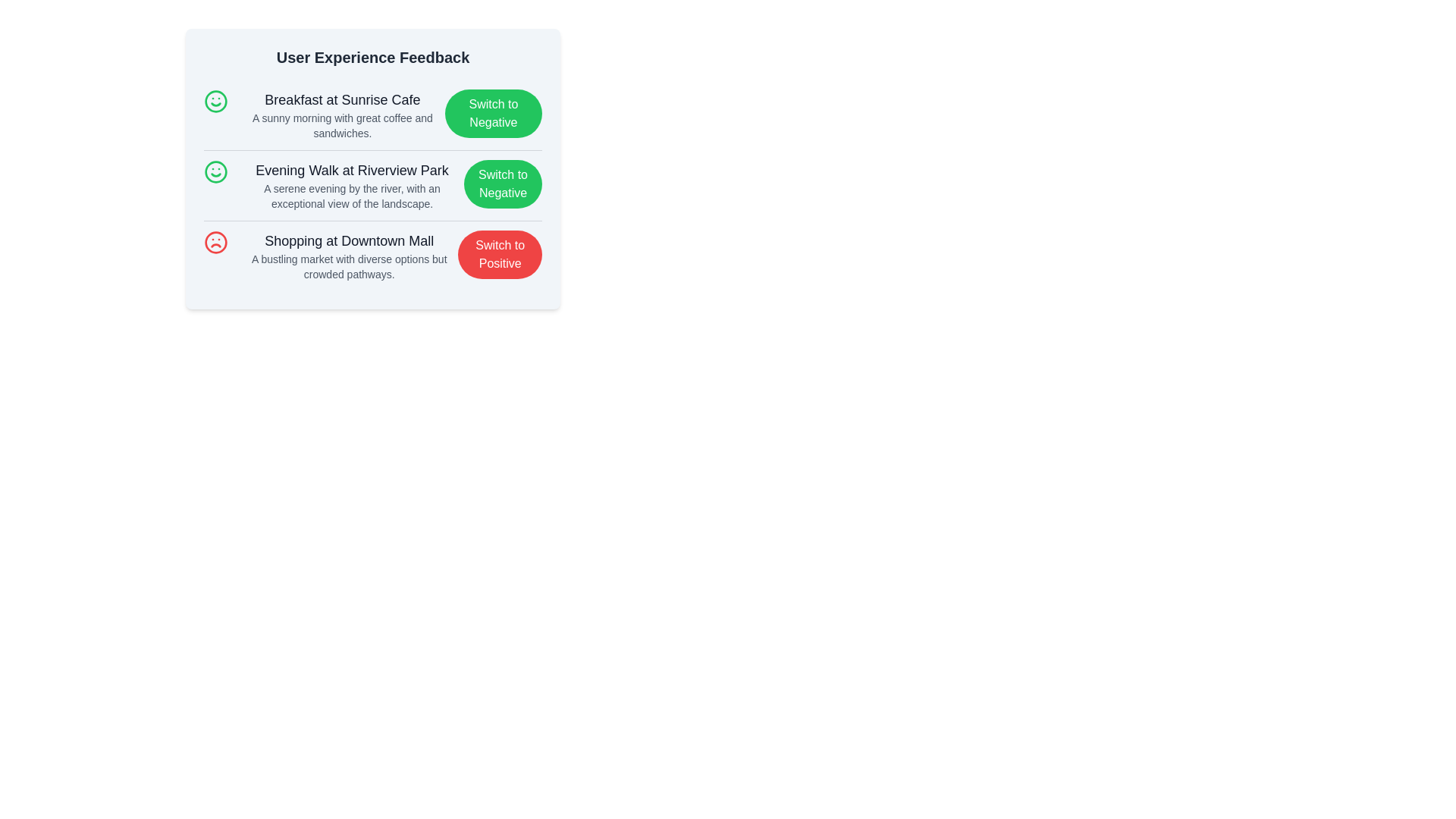 This screenshot has height=819, width=1456. What do you see at coordinates (215, 242) in the screenshot?
I see `the sentiment icon for Shopping at Downtown Mall` at bounding box center [215, 242].